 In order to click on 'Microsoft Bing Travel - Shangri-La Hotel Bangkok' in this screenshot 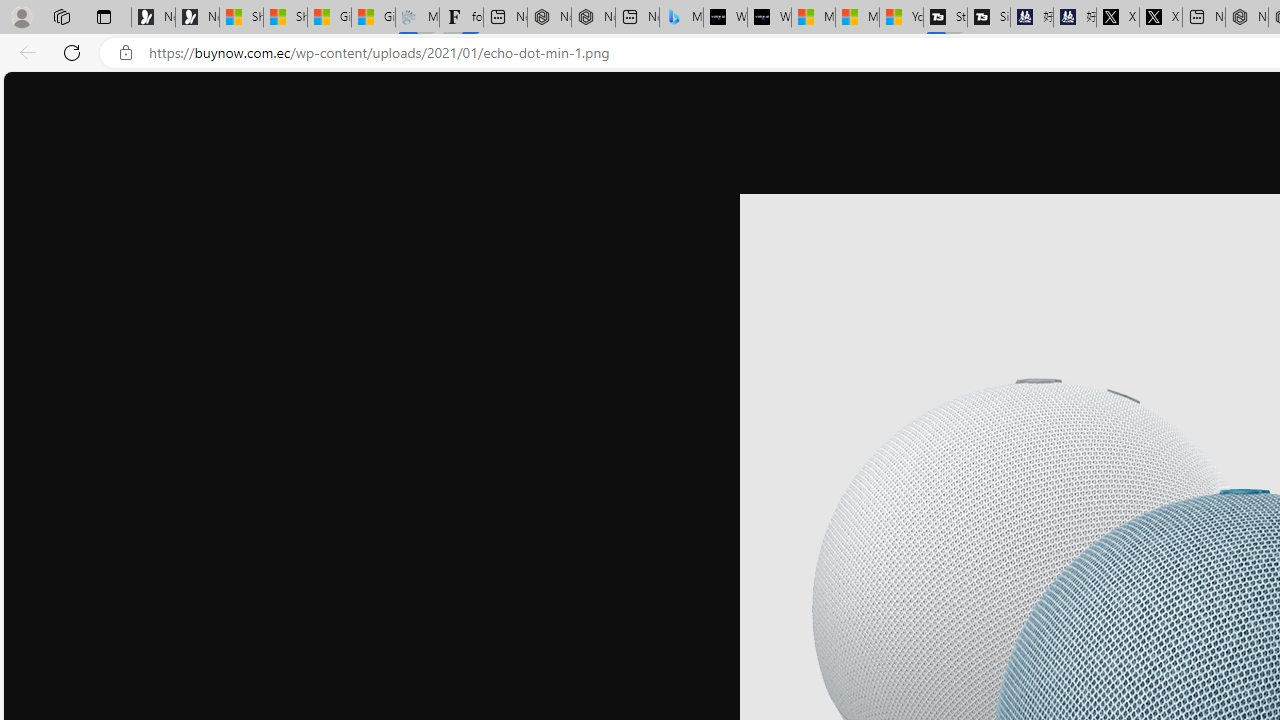, I will do `click(681, 17)`.